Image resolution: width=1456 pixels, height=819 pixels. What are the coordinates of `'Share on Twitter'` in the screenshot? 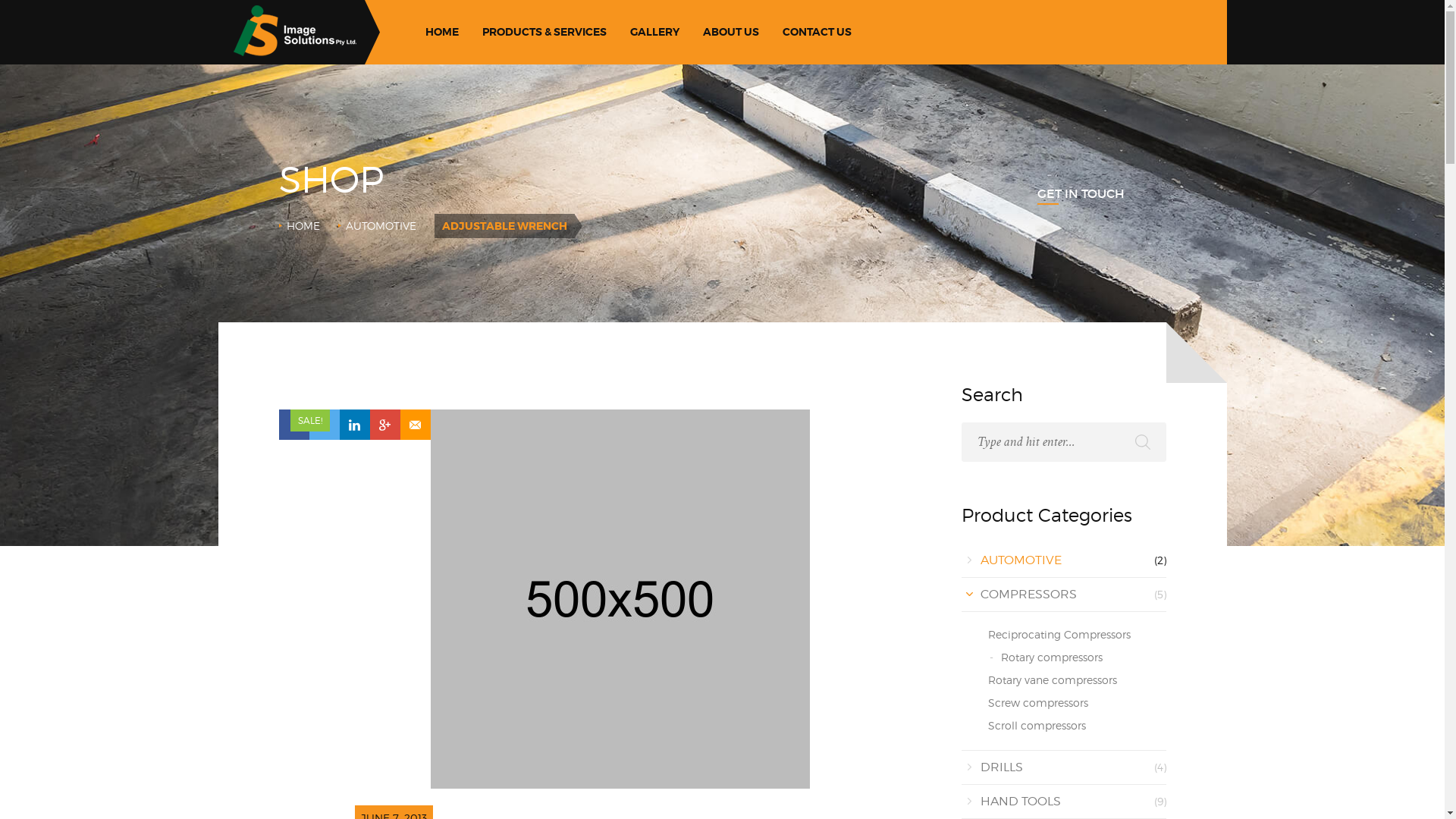 It's located at (323, 424).